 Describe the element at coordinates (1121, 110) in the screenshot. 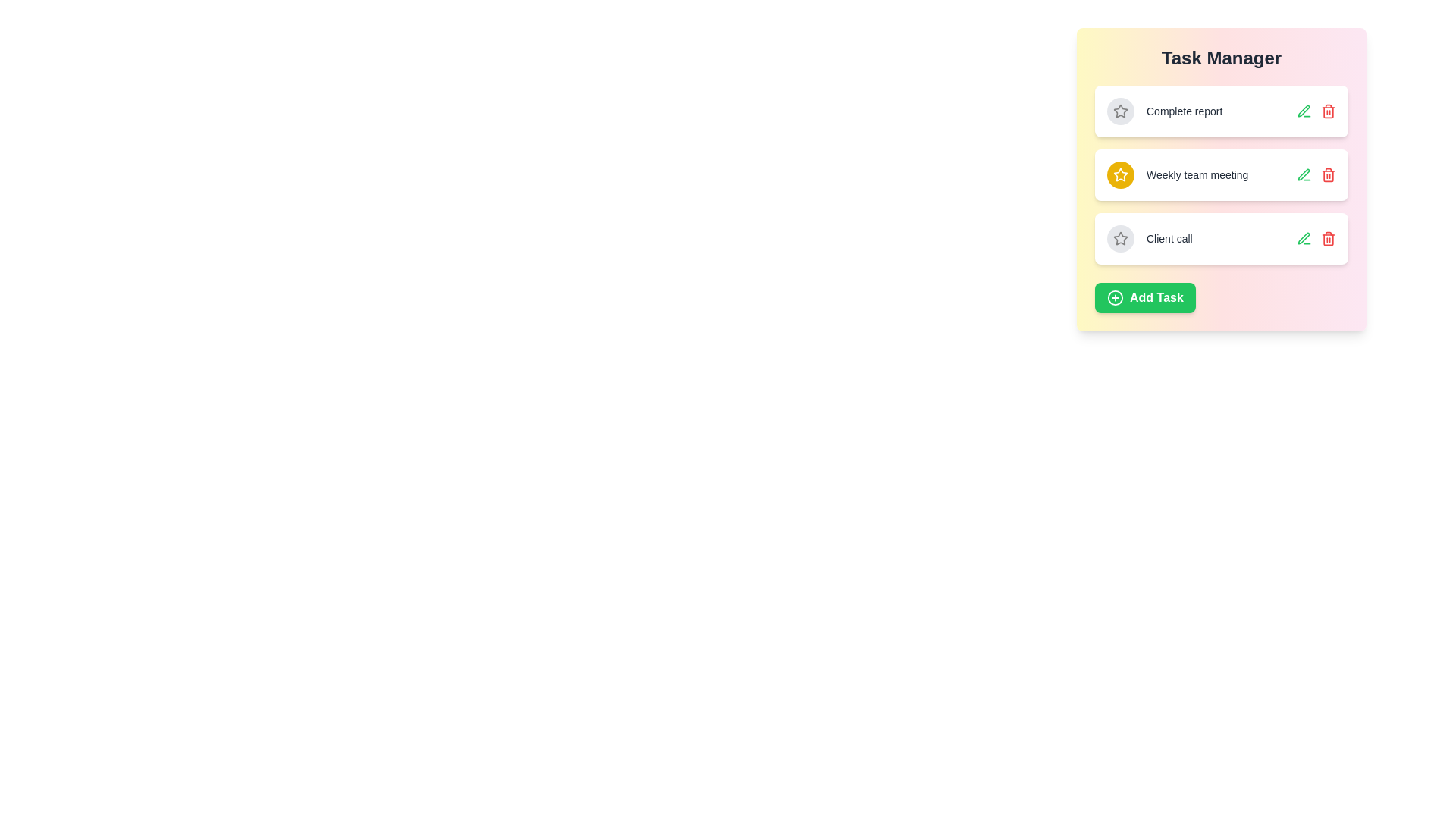

I see `the star icon of the task titled Complete report to toggle its importance` at that location.